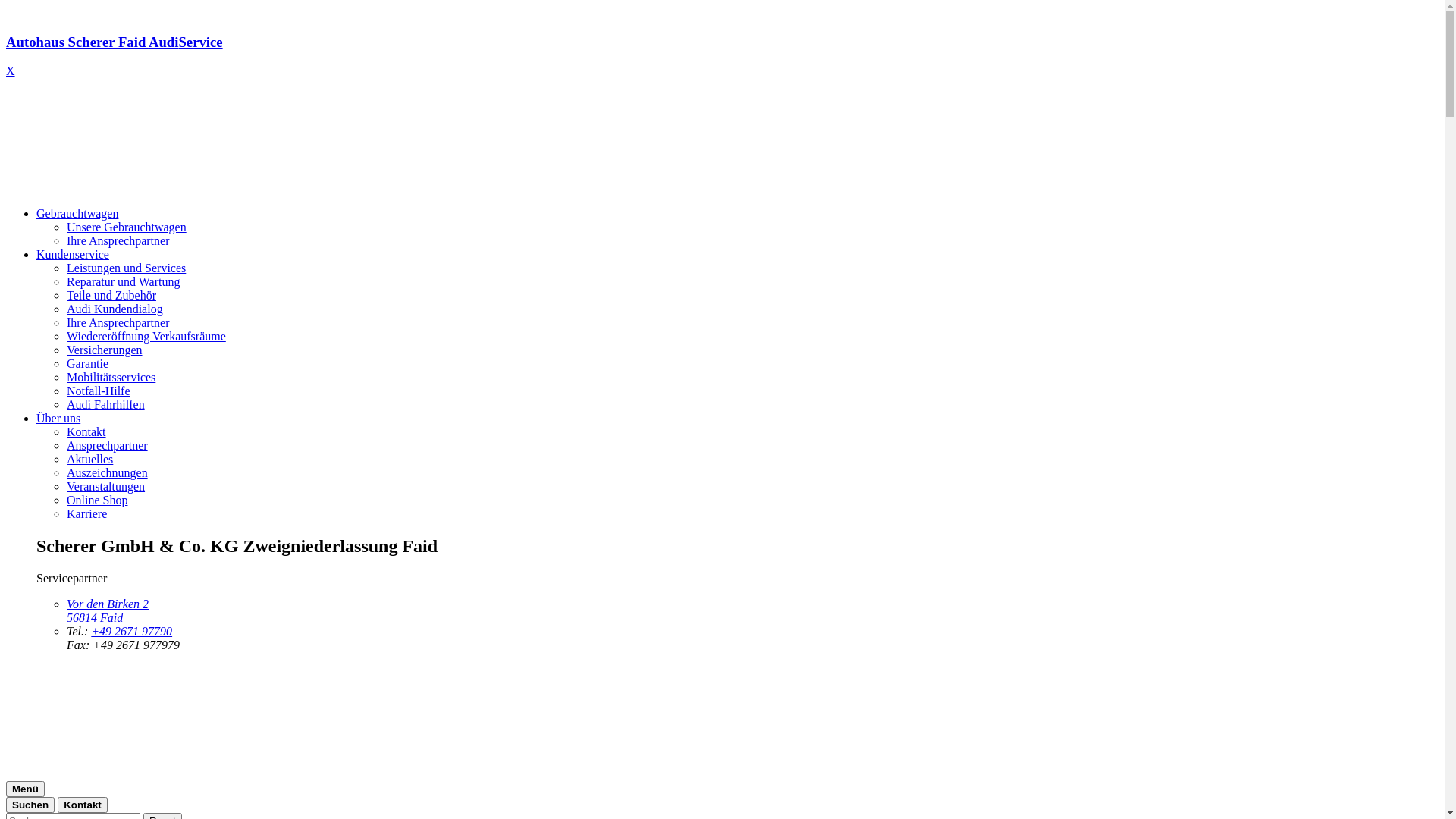  I want to click on 'Auszeichnungen', so click(106, 472).